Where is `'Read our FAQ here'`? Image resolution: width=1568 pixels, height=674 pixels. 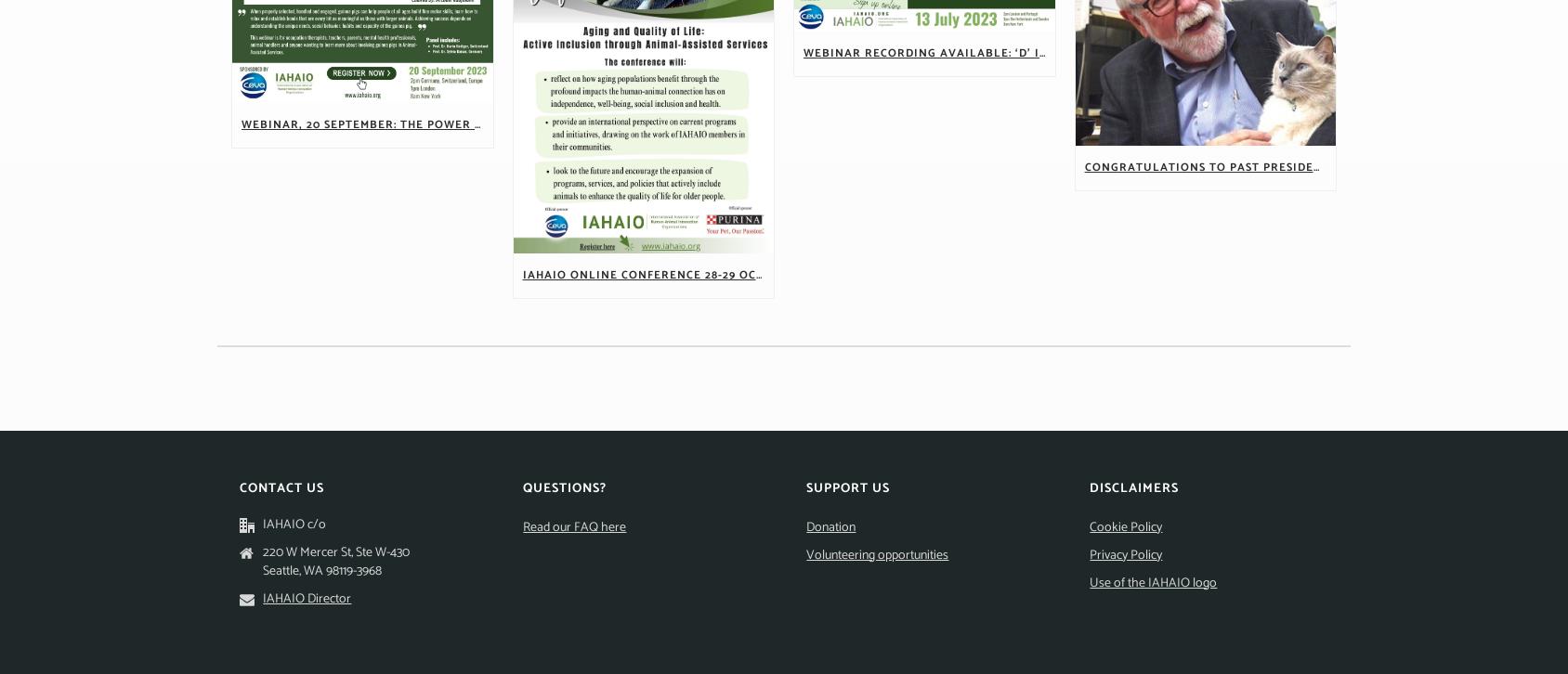
'Read our FAQ here' is located at coordinates (574, 525).